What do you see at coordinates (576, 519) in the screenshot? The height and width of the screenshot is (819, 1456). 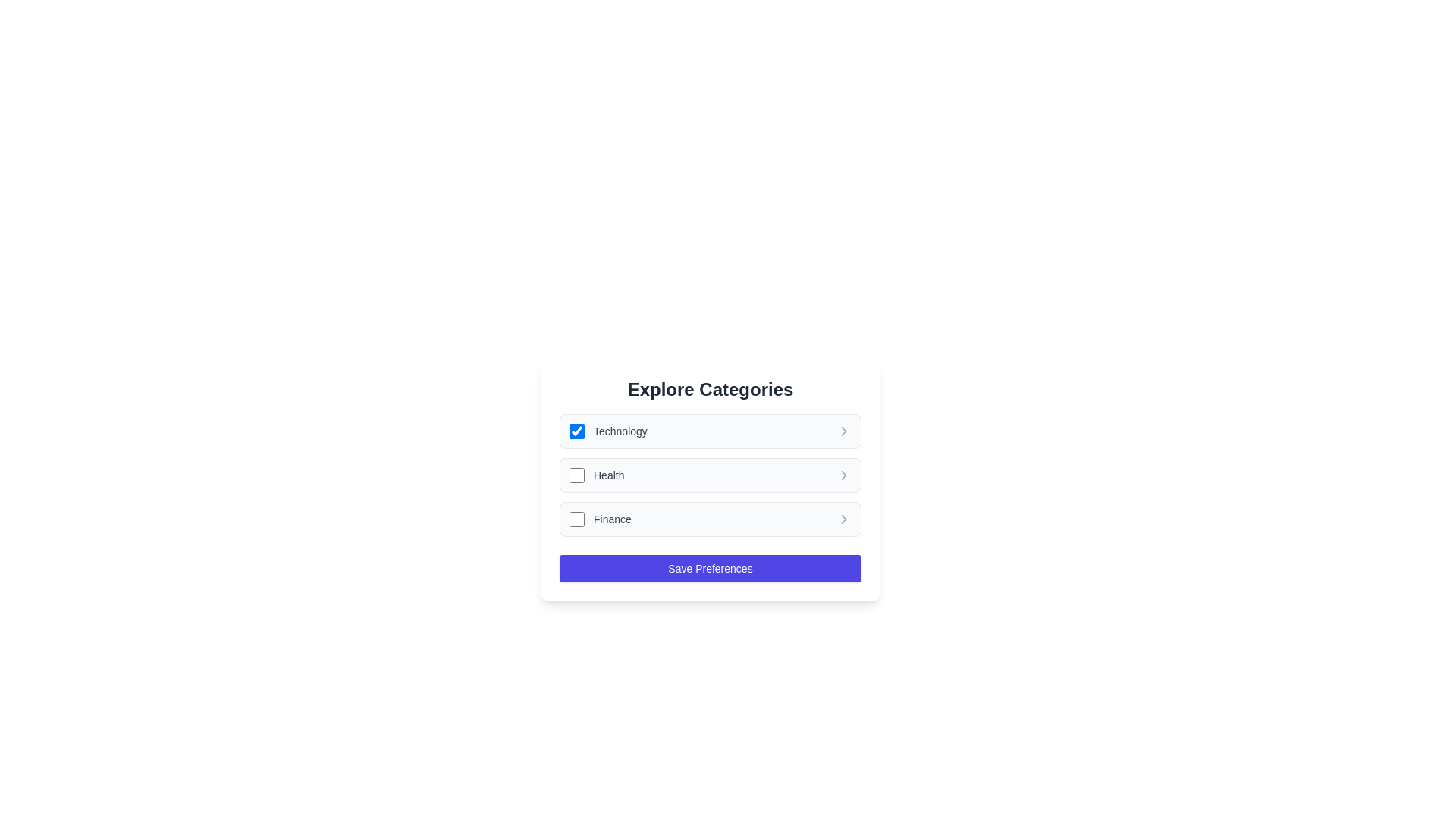 I see `the checkbox for the 'Finance' category to toggle its state` at bounding box center [576, 519].